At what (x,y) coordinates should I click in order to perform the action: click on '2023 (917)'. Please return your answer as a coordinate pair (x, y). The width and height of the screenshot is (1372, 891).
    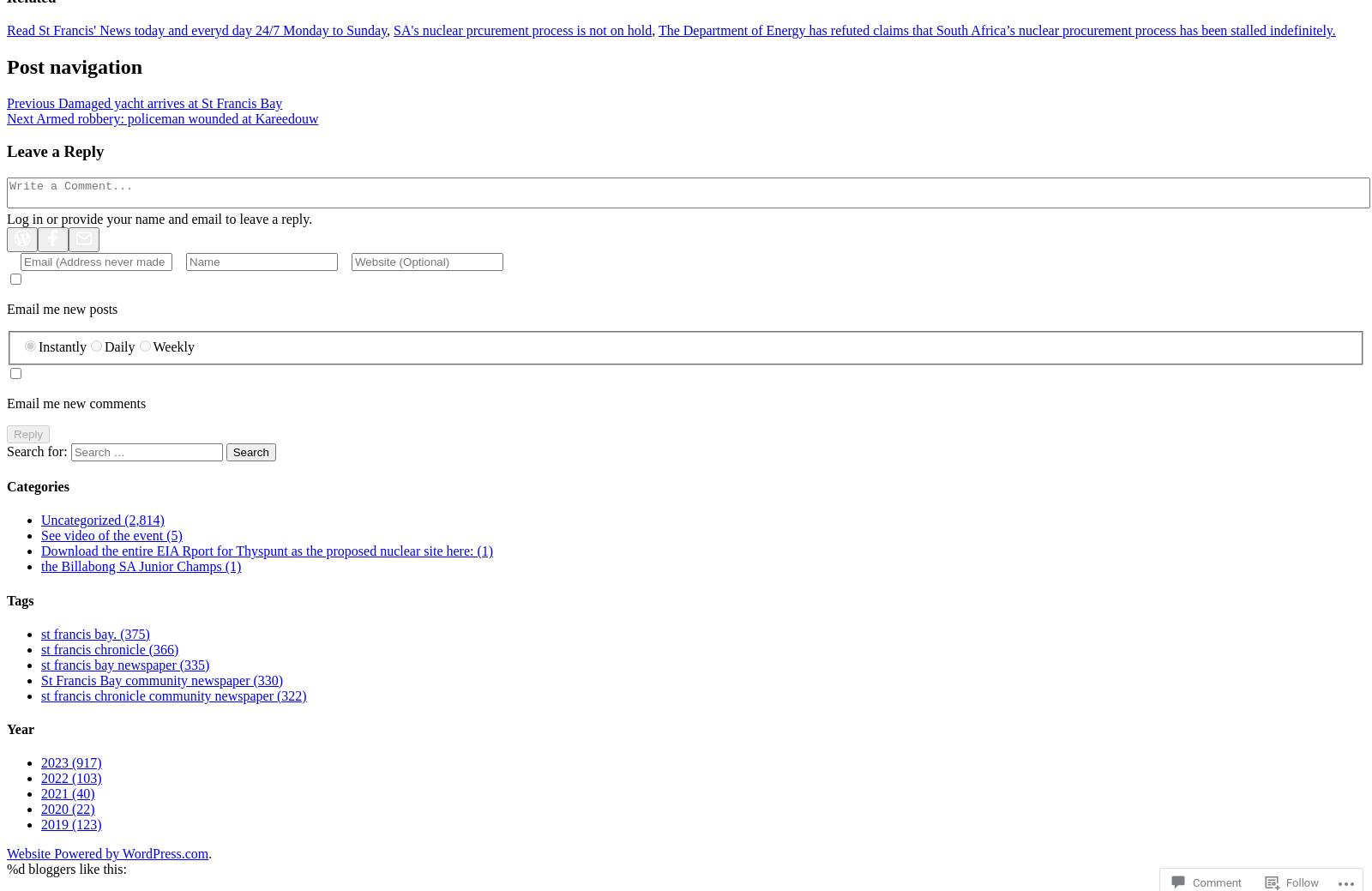
    Looking at the image, I should click on (70, 762).